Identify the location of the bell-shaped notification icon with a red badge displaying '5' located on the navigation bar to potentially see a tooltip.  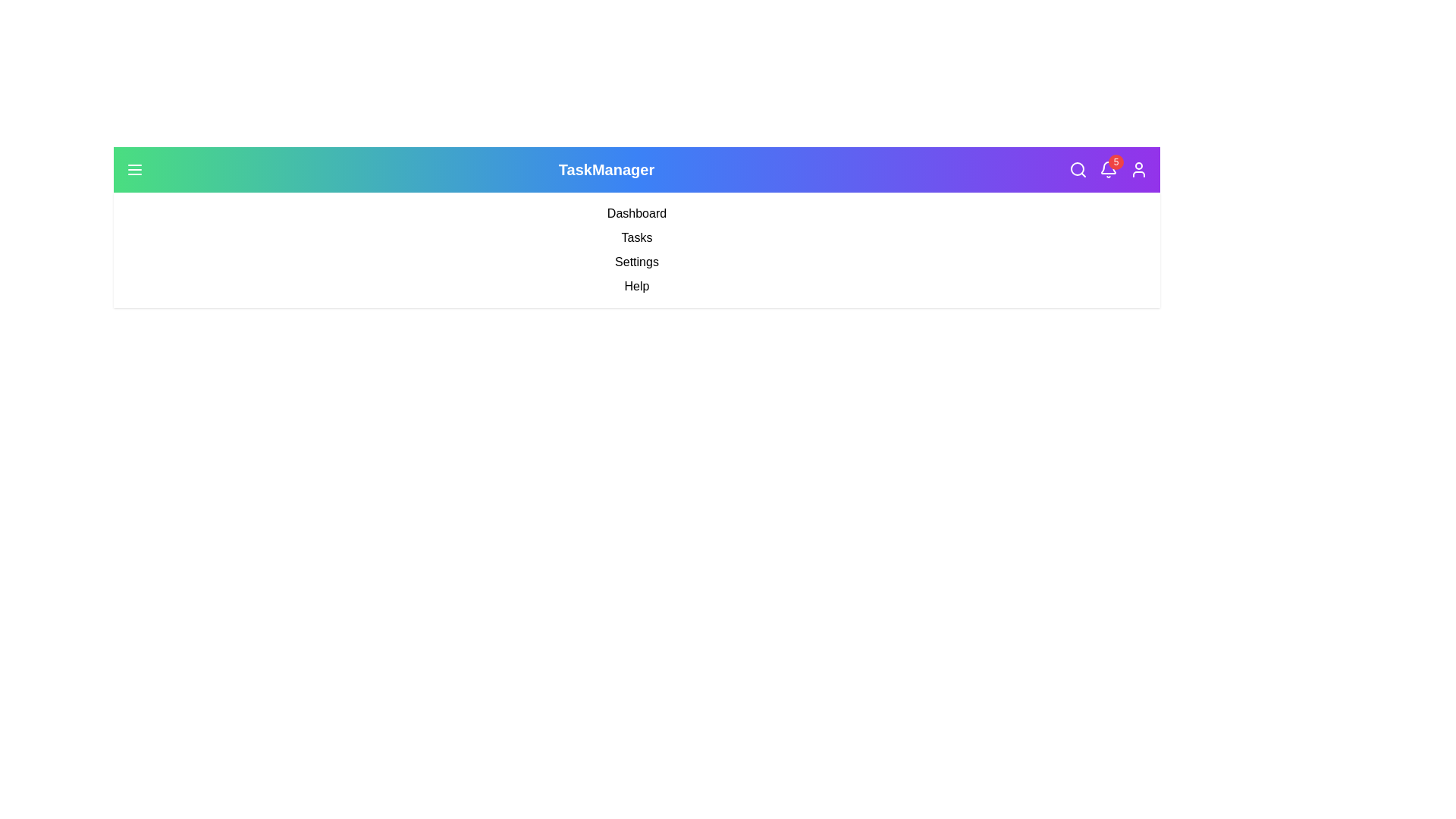
(1108, 169).